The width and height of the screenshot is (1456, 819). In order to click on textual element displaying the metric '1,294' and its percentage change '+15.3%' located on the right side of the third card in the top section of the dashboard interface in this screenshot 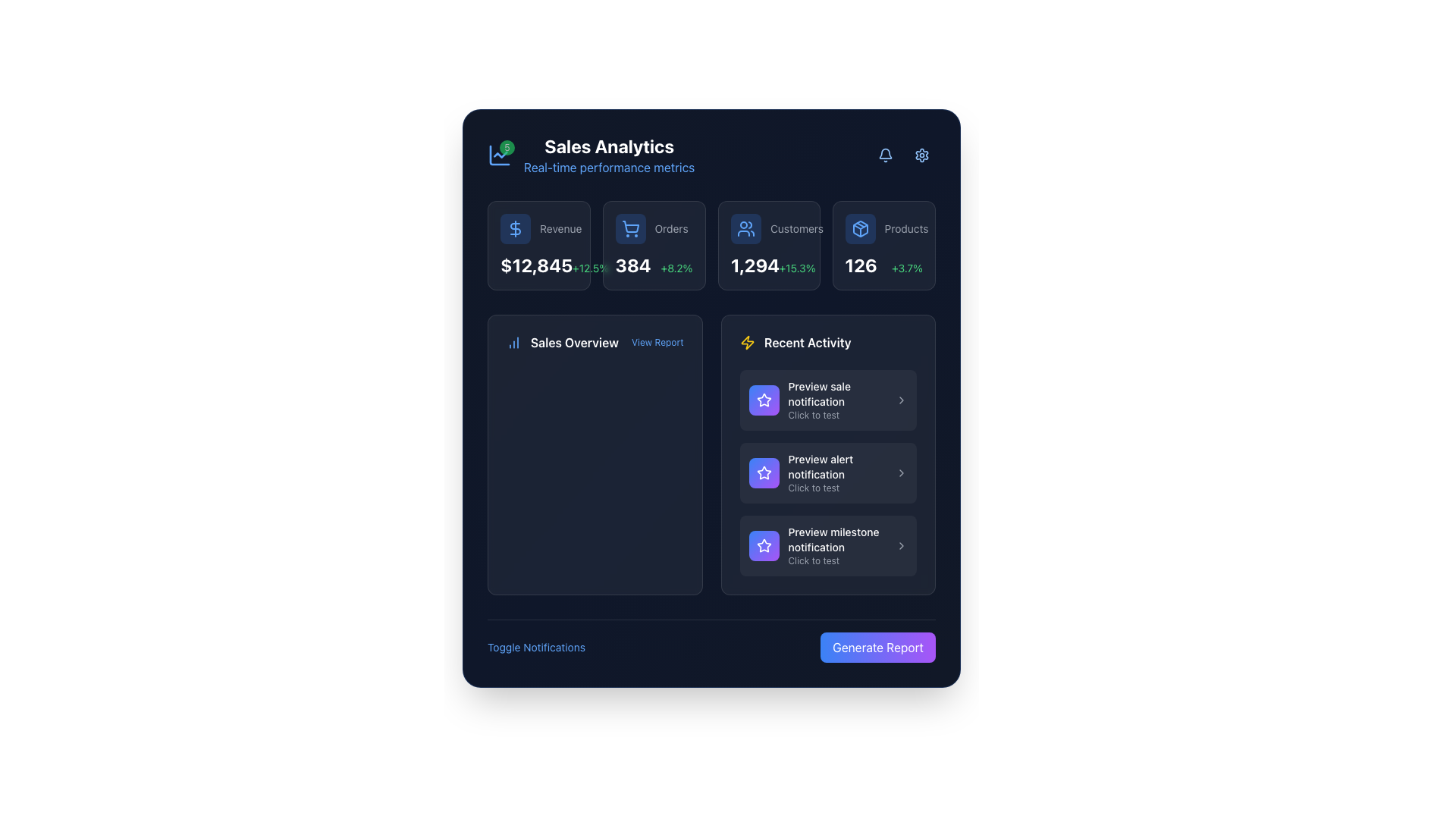, I will do `click(769, 265)`.